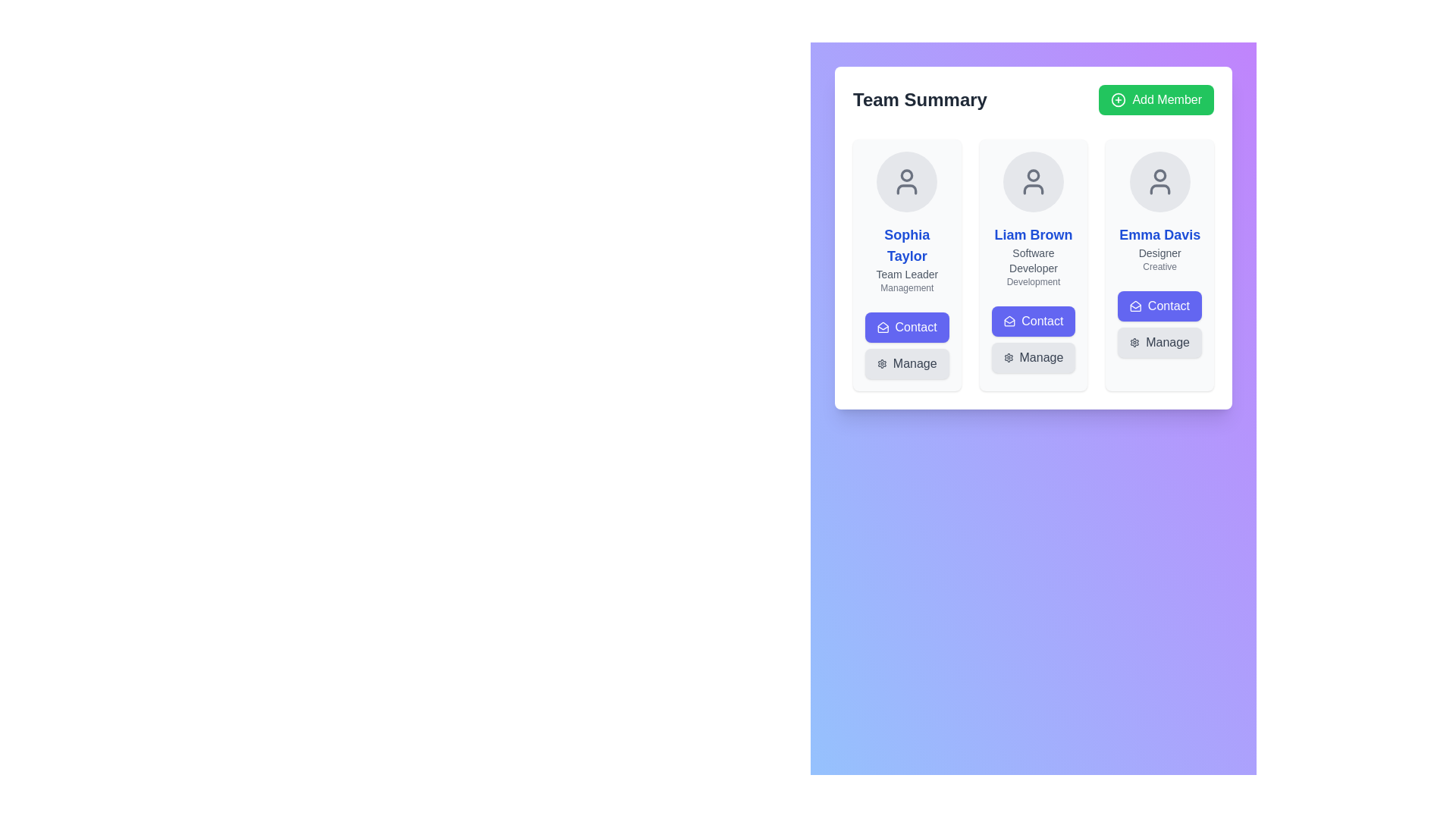  I want to click on the text label indicating the departmental role 'Development' associated with Liam Brown, located below the 'Software Developer' label and above the 'Contact' and 'Manage' buttons, so click(1033, 281).